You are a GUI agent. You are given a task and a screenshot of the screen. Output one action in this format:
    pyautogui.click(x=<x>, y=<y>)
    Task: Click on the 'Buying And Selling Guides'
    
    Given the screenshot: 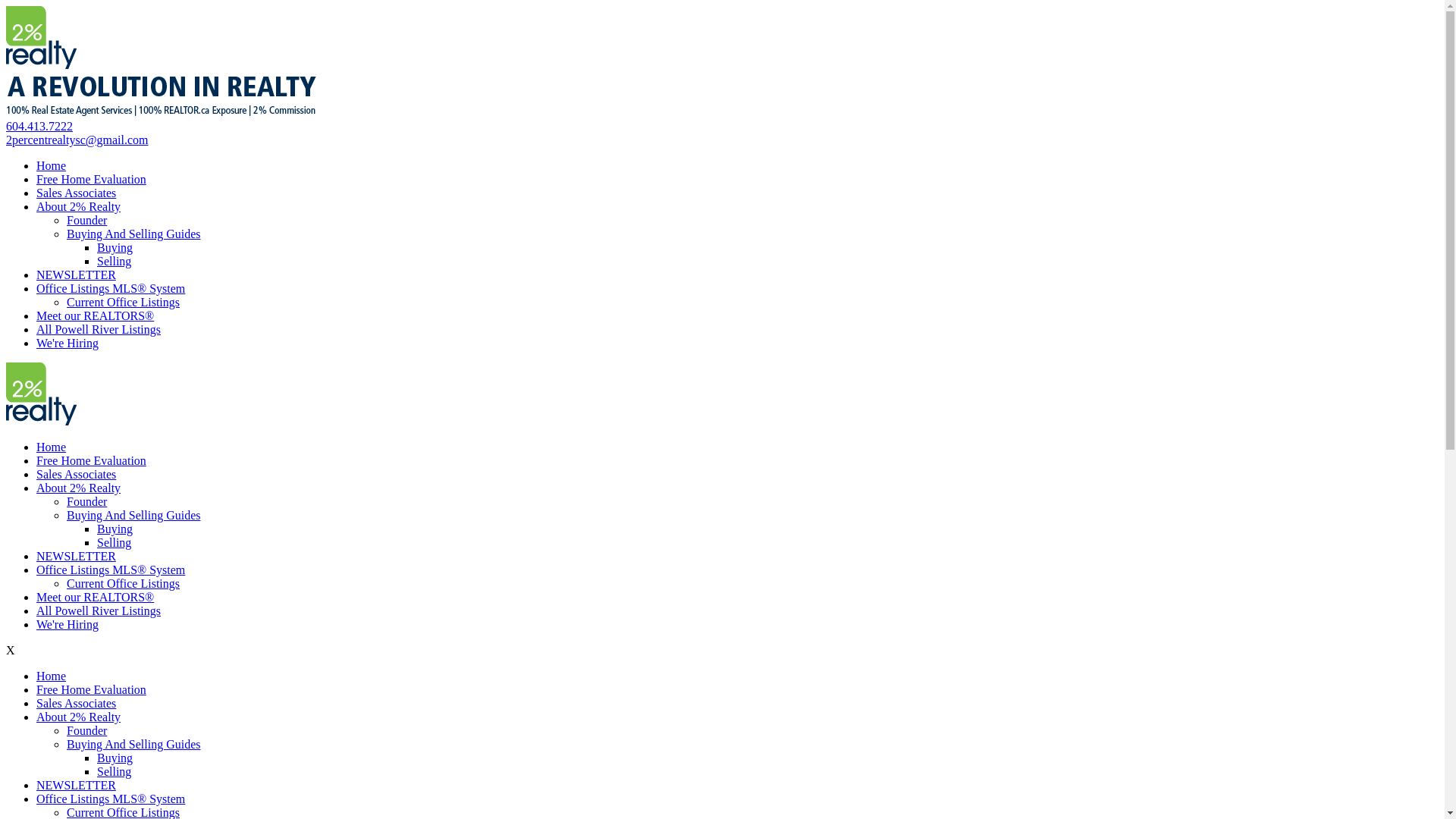 What is the action you would take?
    pyautogui.click(x=65, y=743)
    